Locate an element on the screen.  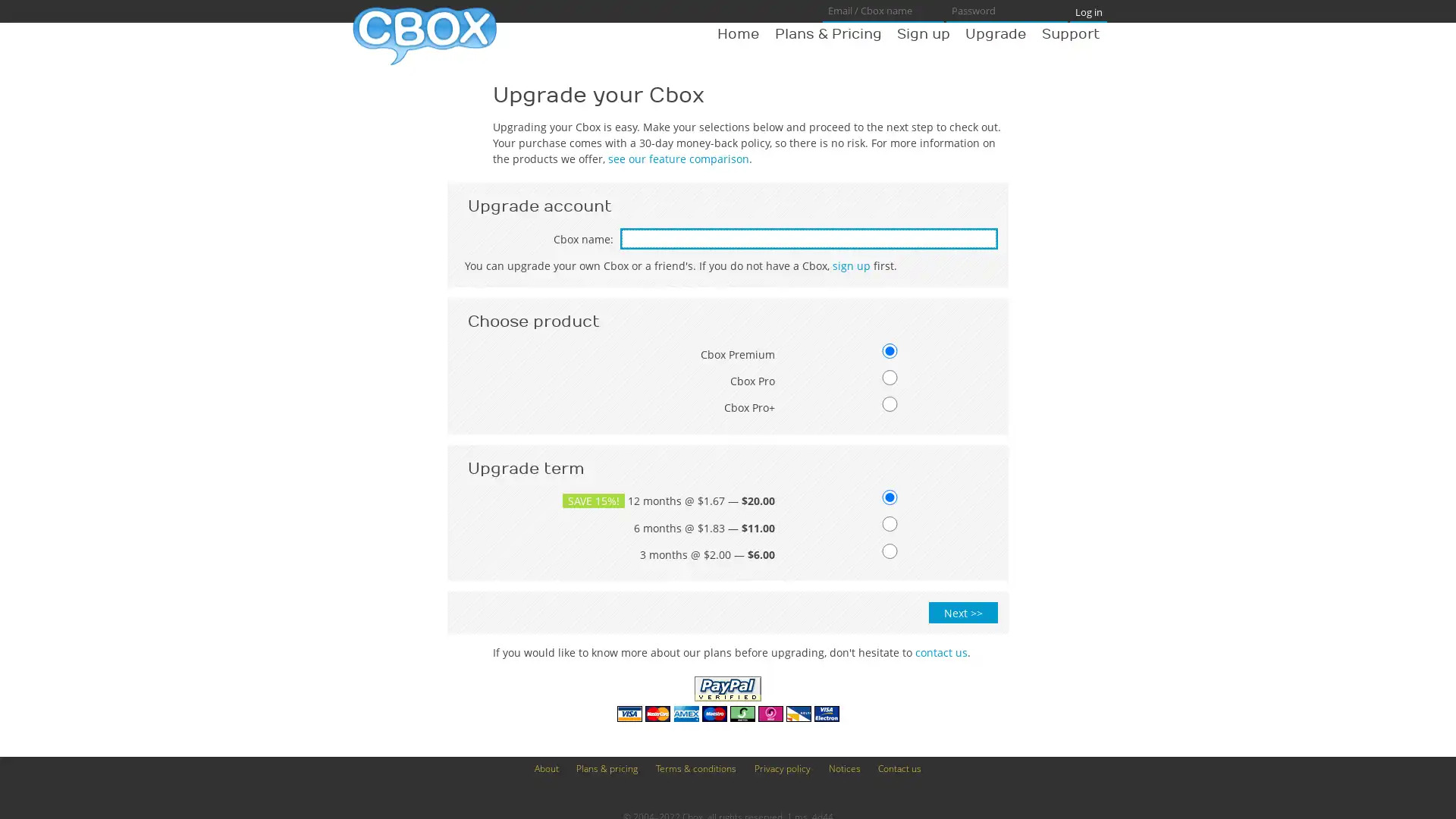
Next >> is located at coordinates (962, 611).